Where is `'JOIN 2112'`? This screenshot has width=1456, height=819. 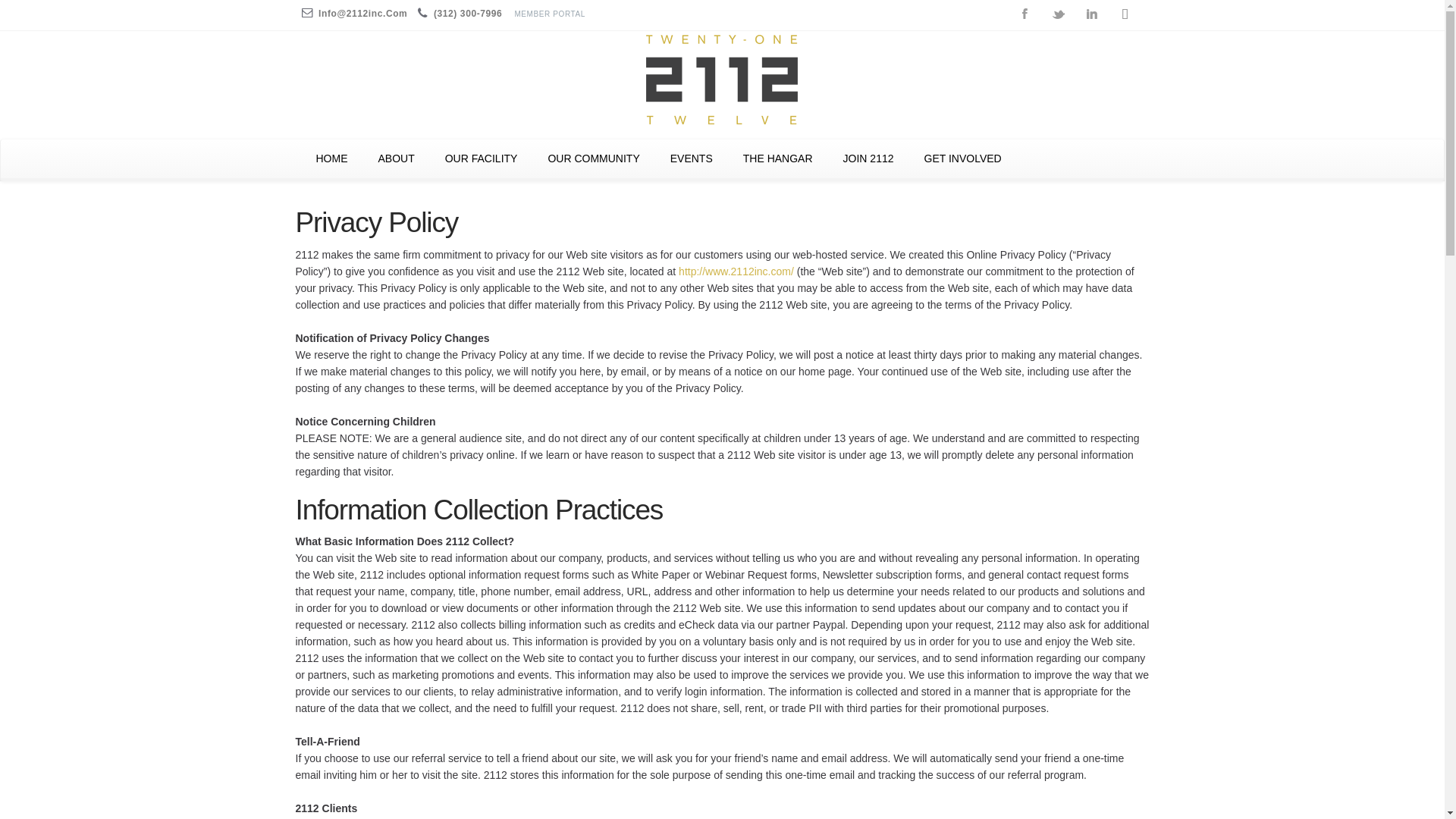
'JOIN 2112' is located at coordinates (827, 158).